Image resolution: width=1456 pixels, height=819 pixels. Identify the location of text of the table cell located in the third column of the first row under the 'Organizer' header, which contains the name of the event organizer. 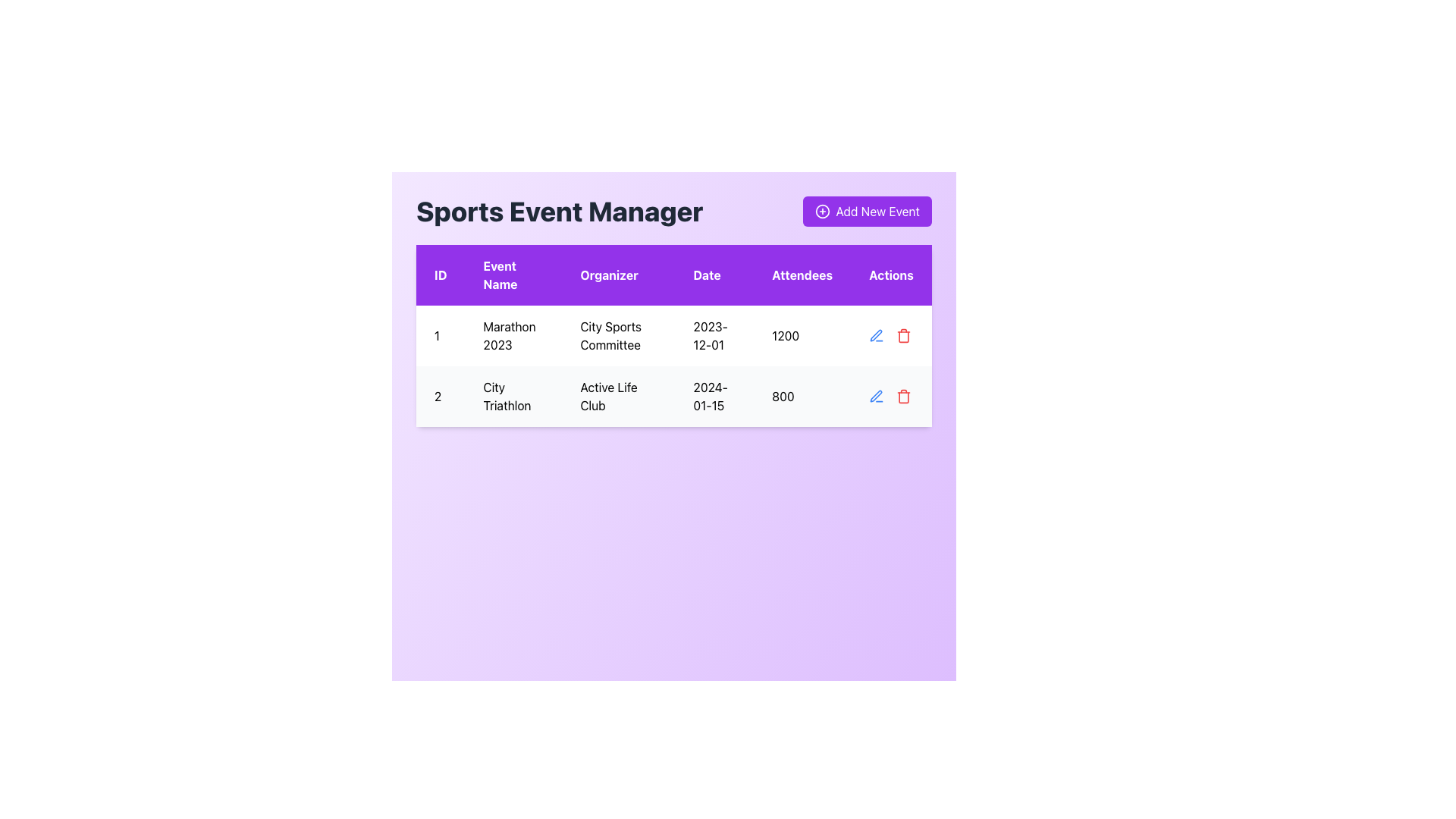
(619, 335).